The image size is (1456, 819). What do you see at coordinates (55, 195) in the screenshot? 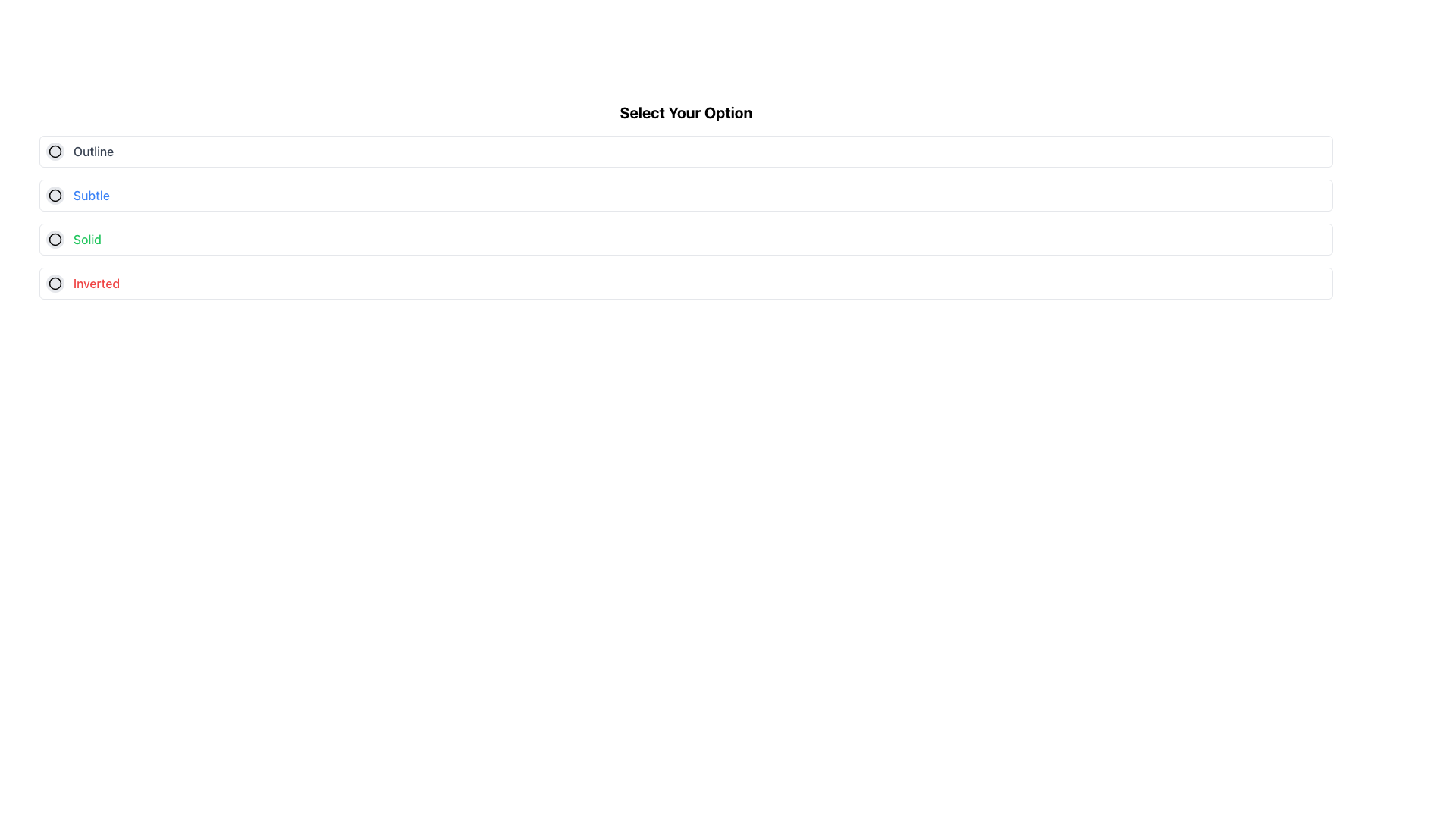
I see `the 'Subtle' radio button, which is a circular element with a black outline and a white interior, located to the left of the text label 'Subtle'` at bounding box center [55, 195].